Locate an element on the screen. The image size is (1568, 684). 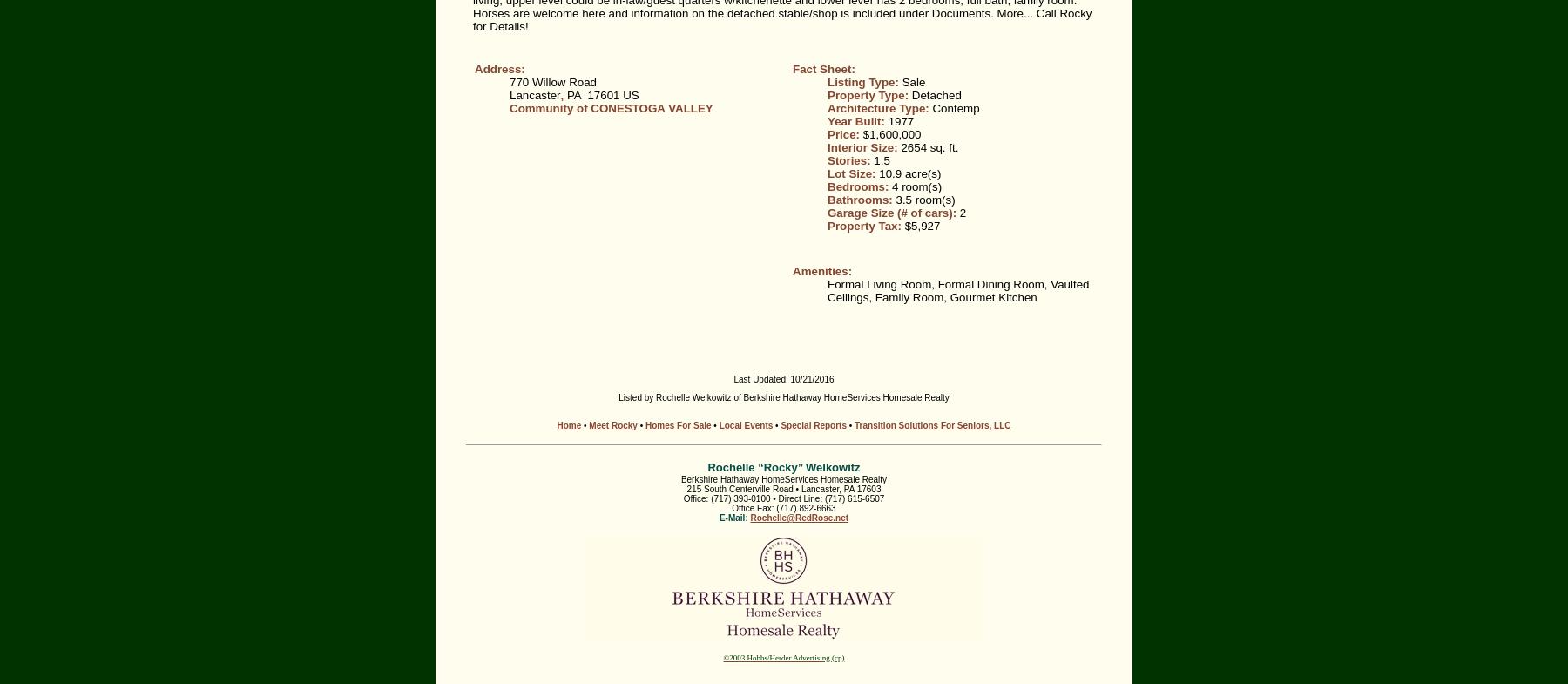
'Transition Solutions For Seniors, LLC' is located at coordinates (932, 425).